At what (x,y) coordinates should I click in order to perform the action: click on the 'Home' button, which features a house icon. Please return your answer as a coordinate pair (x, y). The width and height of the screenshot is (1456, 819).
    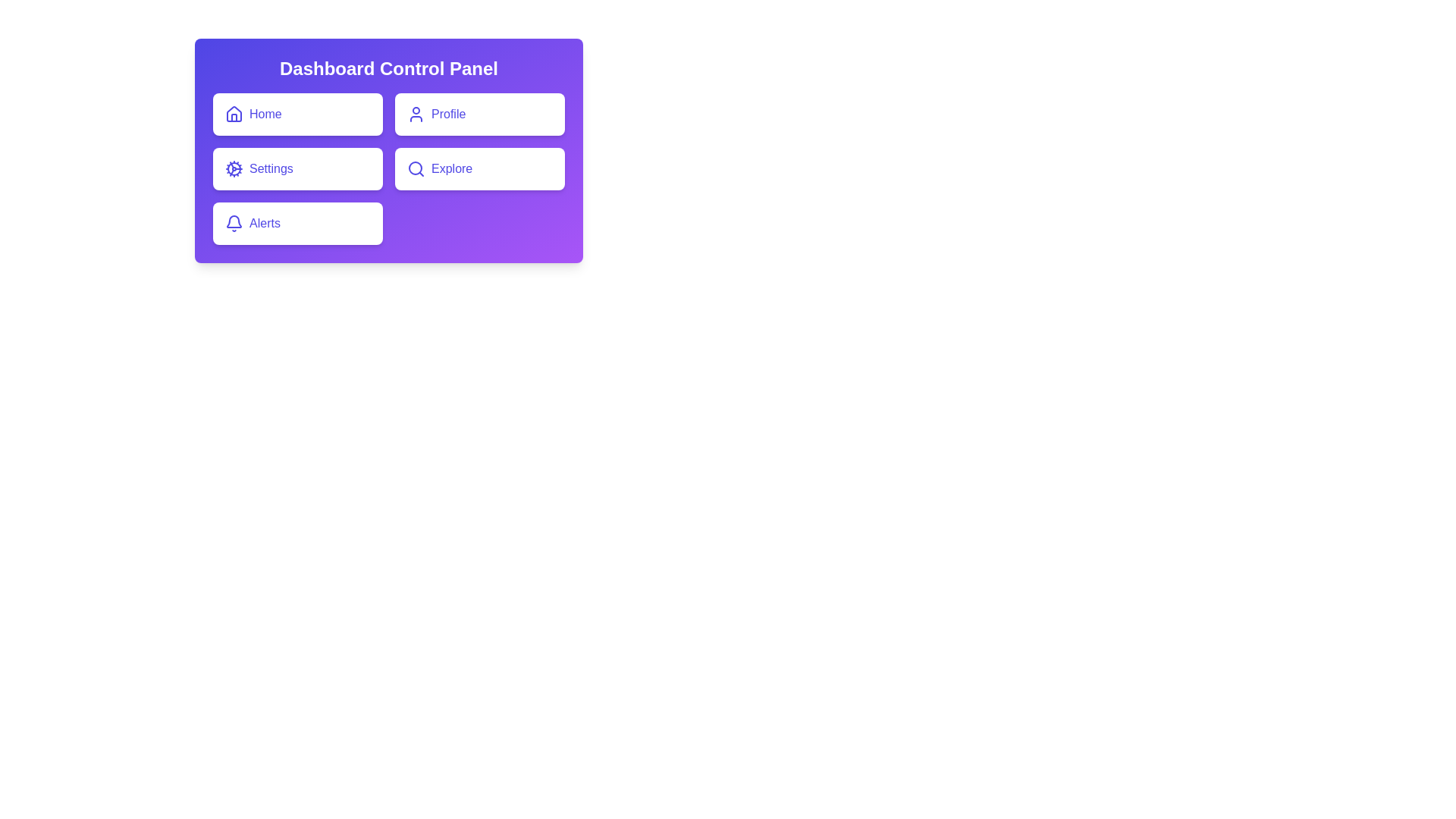
    Looking at the image, I should click on (233, 113).